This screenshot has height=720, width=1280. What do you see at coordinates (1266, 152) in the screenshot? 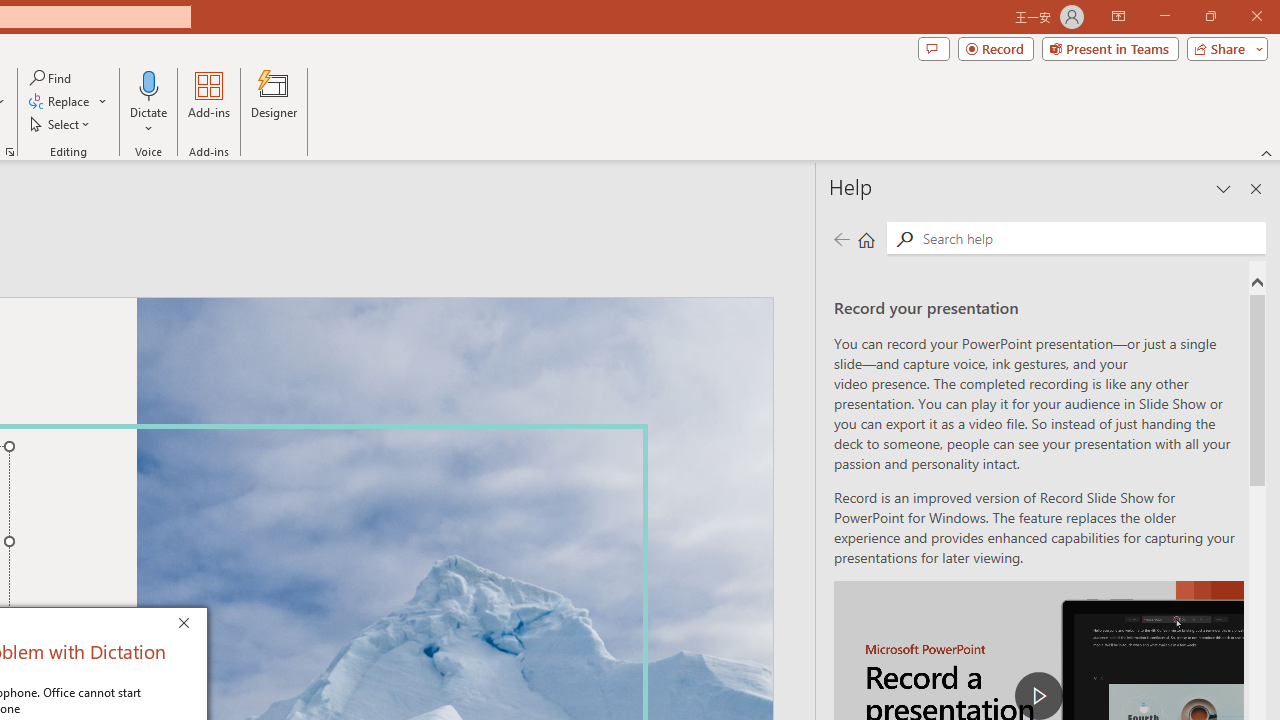
I see `'Collapse the Ribbon'` at bounding box center [1266, 152].